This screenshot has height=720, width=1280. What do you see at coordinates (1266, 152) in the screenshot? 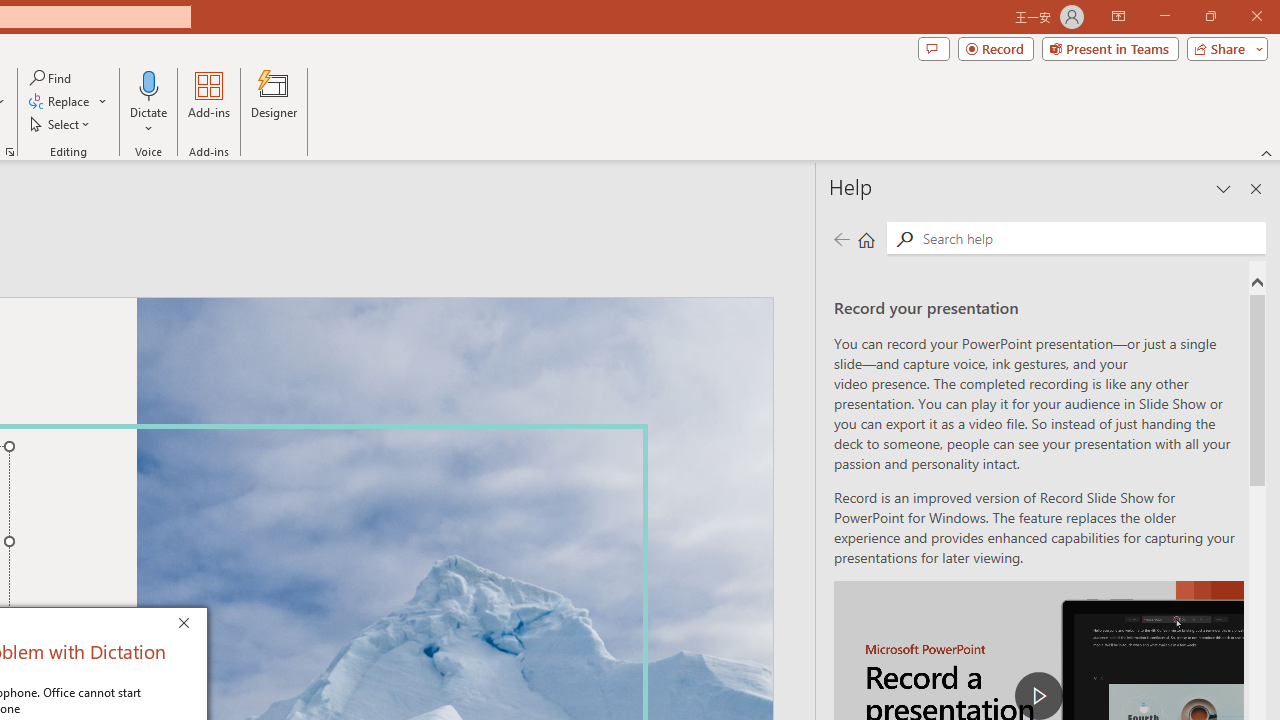
I see `'Collapse the Ribbon'` at bounding box center [1266, 152].